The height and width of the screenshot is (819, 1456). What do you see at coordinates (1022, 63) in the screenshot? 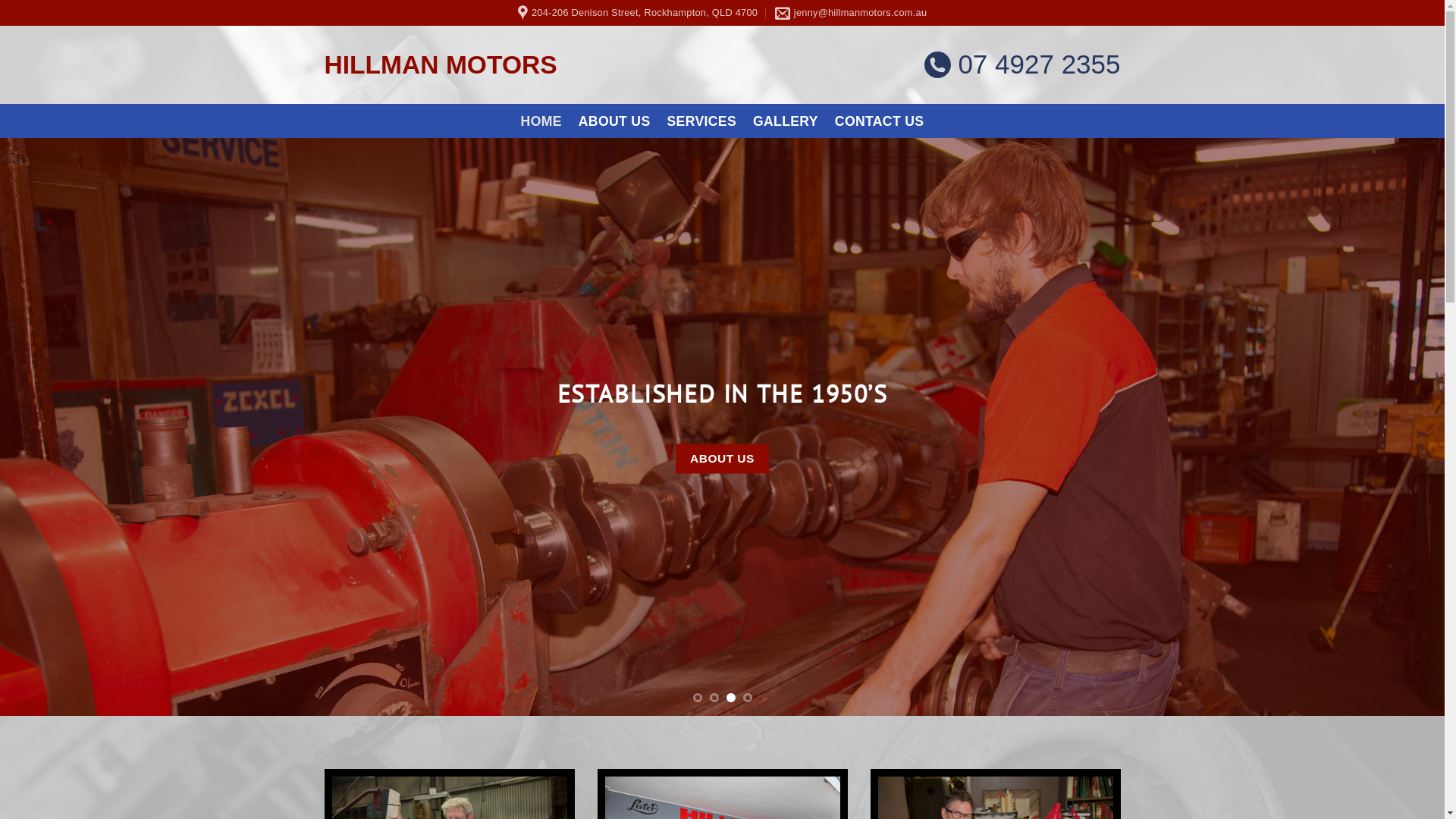
I see `'07 4927 2355'` at bounding box center [1022, 63].